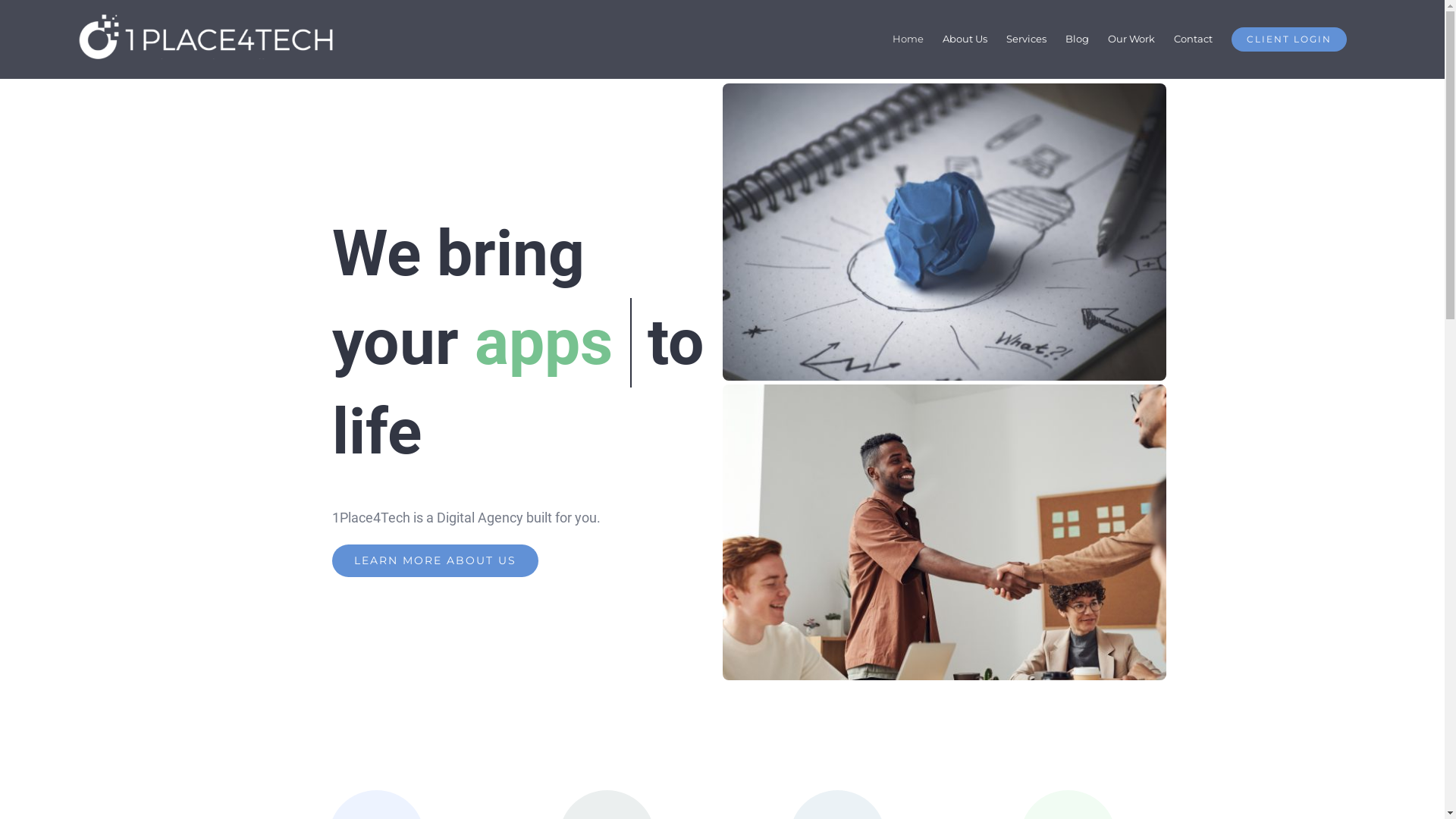 This screenshot has height=819, width=1456. I want to click on 'About Us', so click(964, 38).